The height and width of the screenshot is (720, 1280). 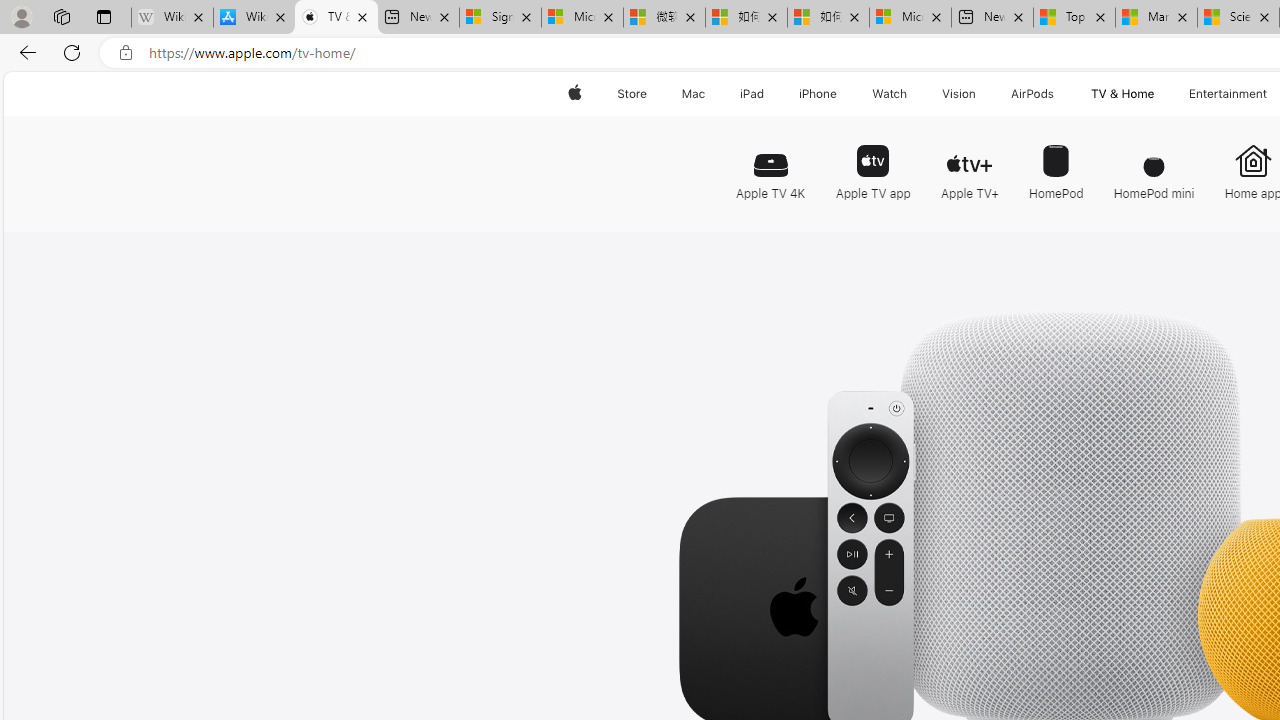 I want to click on 'Mac', so click(x=693, y=93).